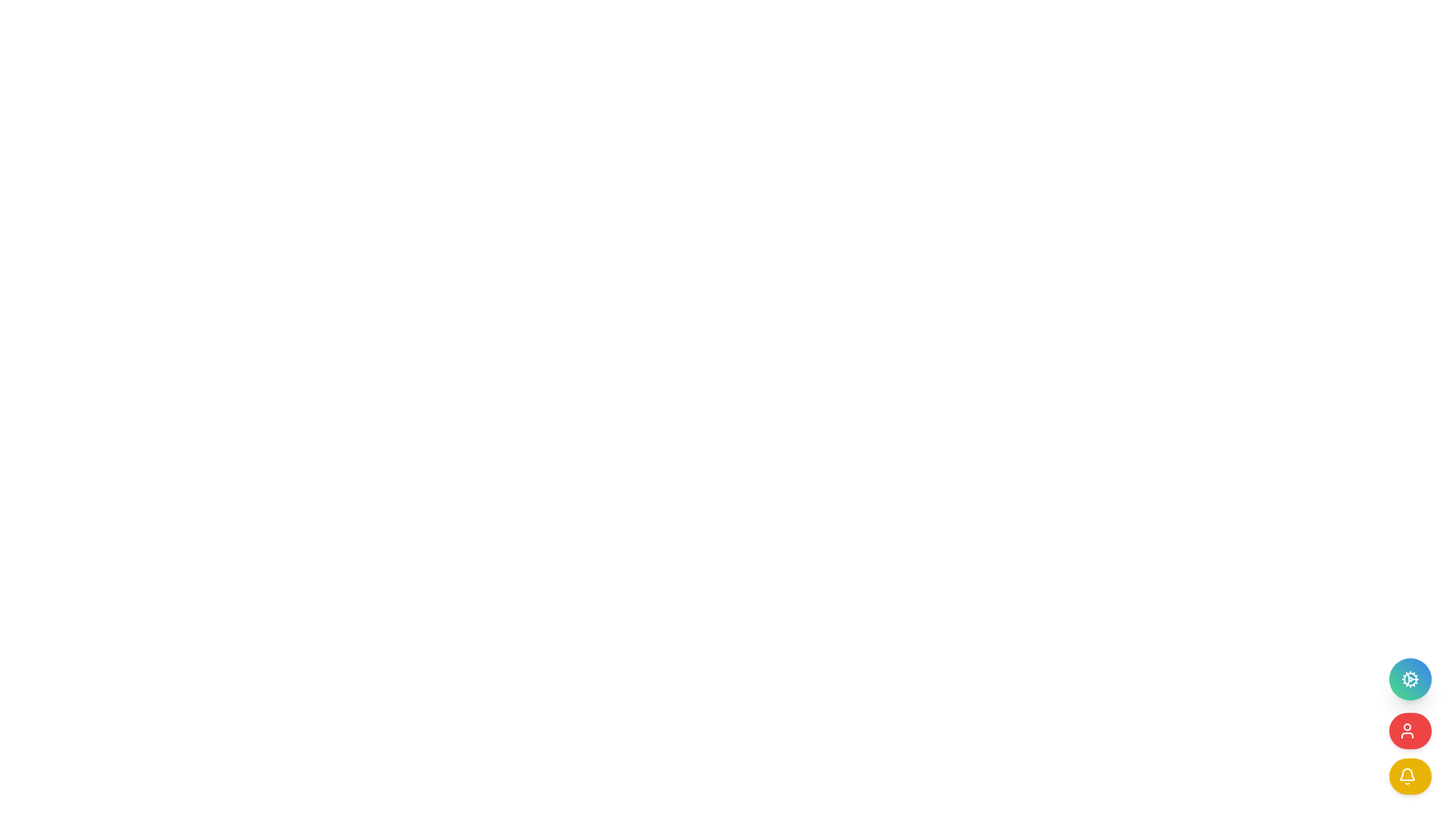 Image resolution: width=1456 pixels, height=819 pixels. What do you see at coordinates (1410, 776) in the screenshot?
I see `the notification button located below the red user icon button and the blue settings icon button` at bounding box center [1410, 776].